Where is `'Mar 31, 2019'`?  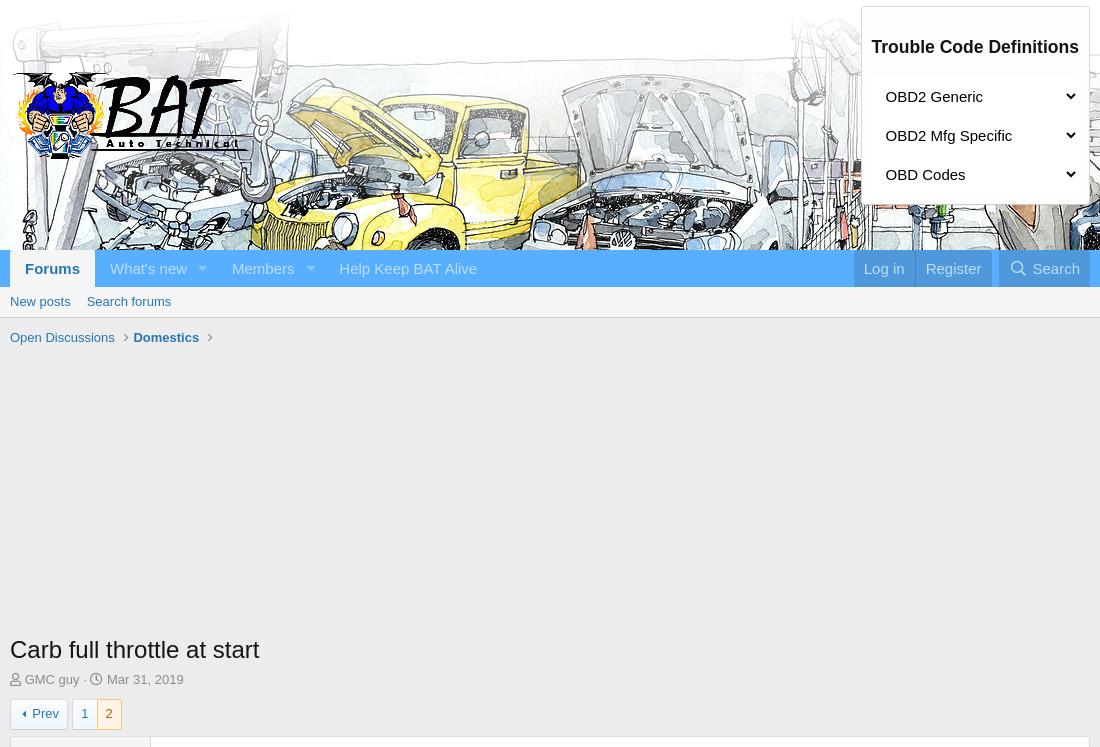 'Mar 31, 2019' is located at coordinates (143, 679).